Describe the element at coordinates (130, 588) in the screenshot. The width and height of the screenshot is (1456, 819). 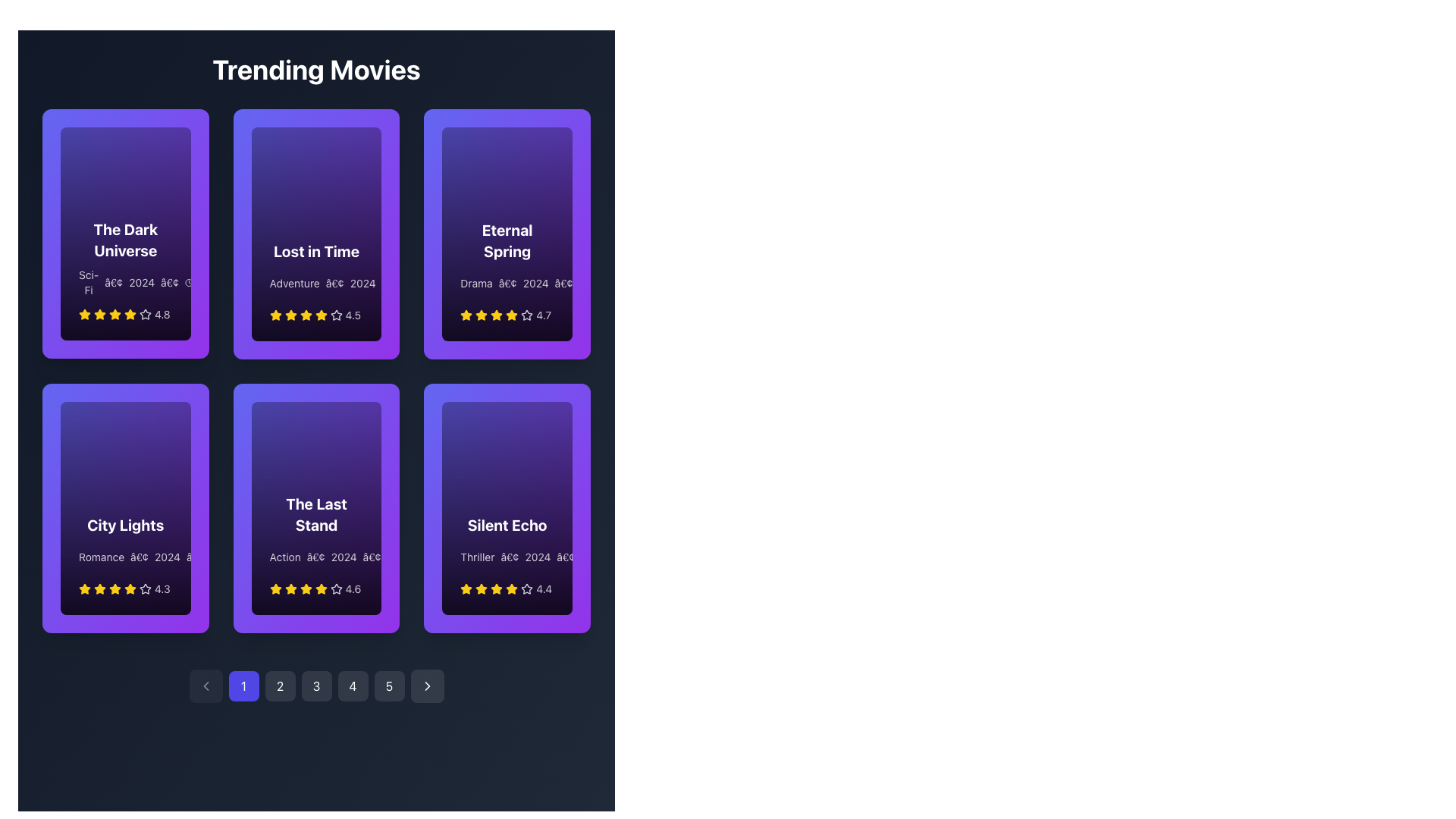
I see `the star icon representing a rating of 4.3 stars for the 'City Lights' movie in the rating section of the movie card` at that location.